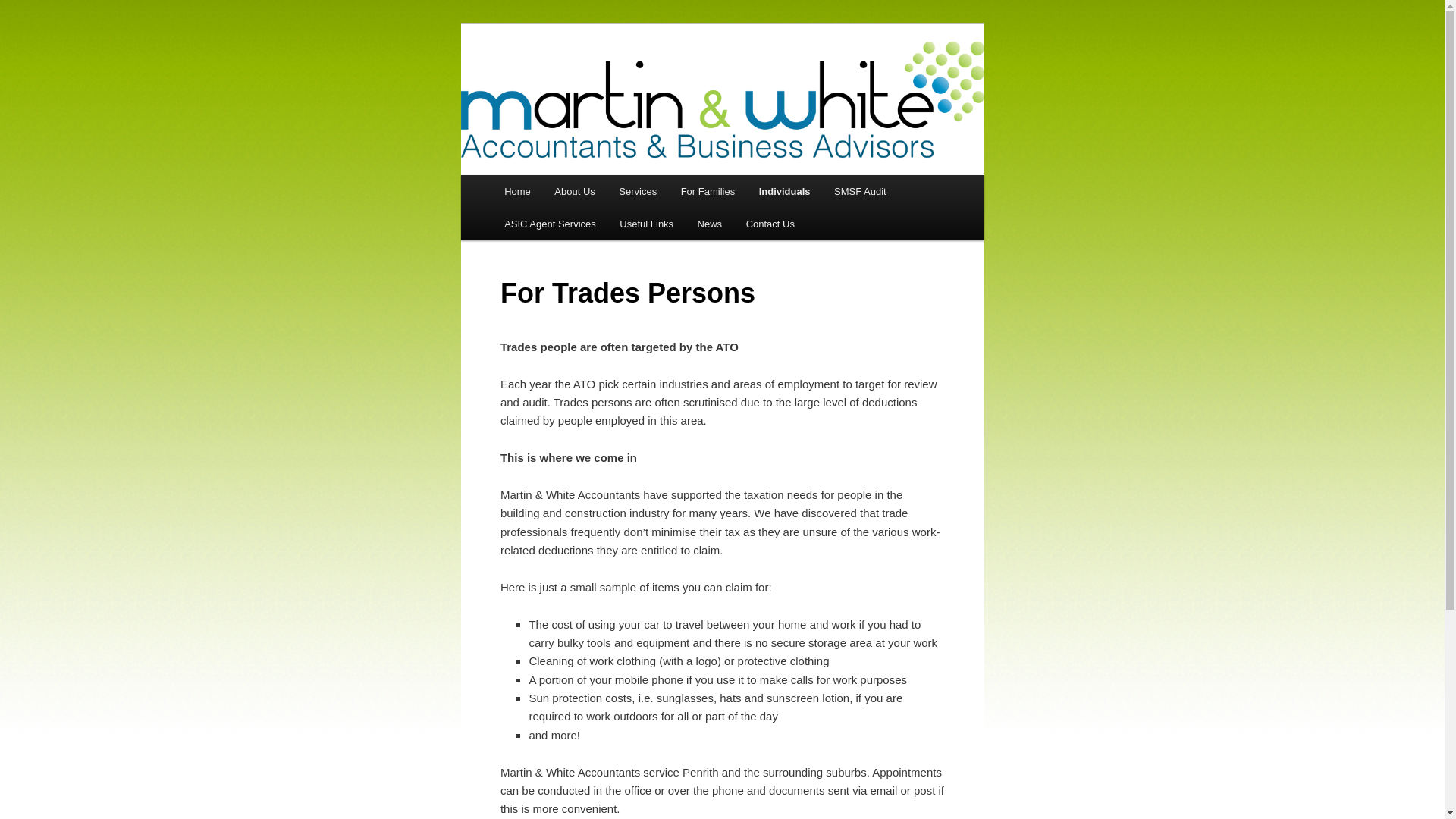 The width and height of the screenshot is (1456, 819). I want to click on 'Individuals', so click(784, 190).